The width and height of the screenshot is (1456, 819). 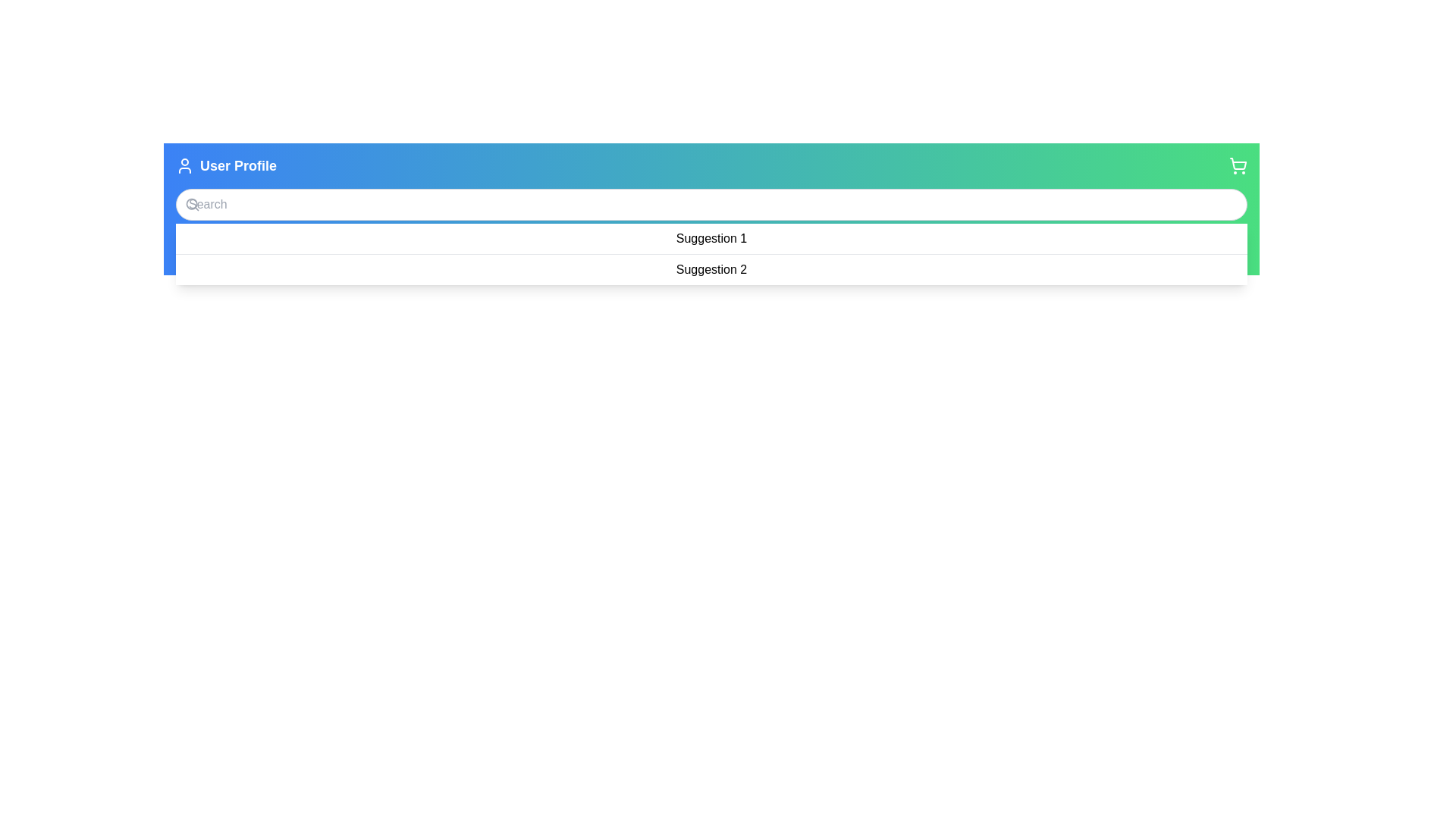 What do you see at coordinates (711, 268) in the screenshot?
I see `the 'Suggestion 2' option in the dropdown suggestion list` at bounding box center [711, 268].